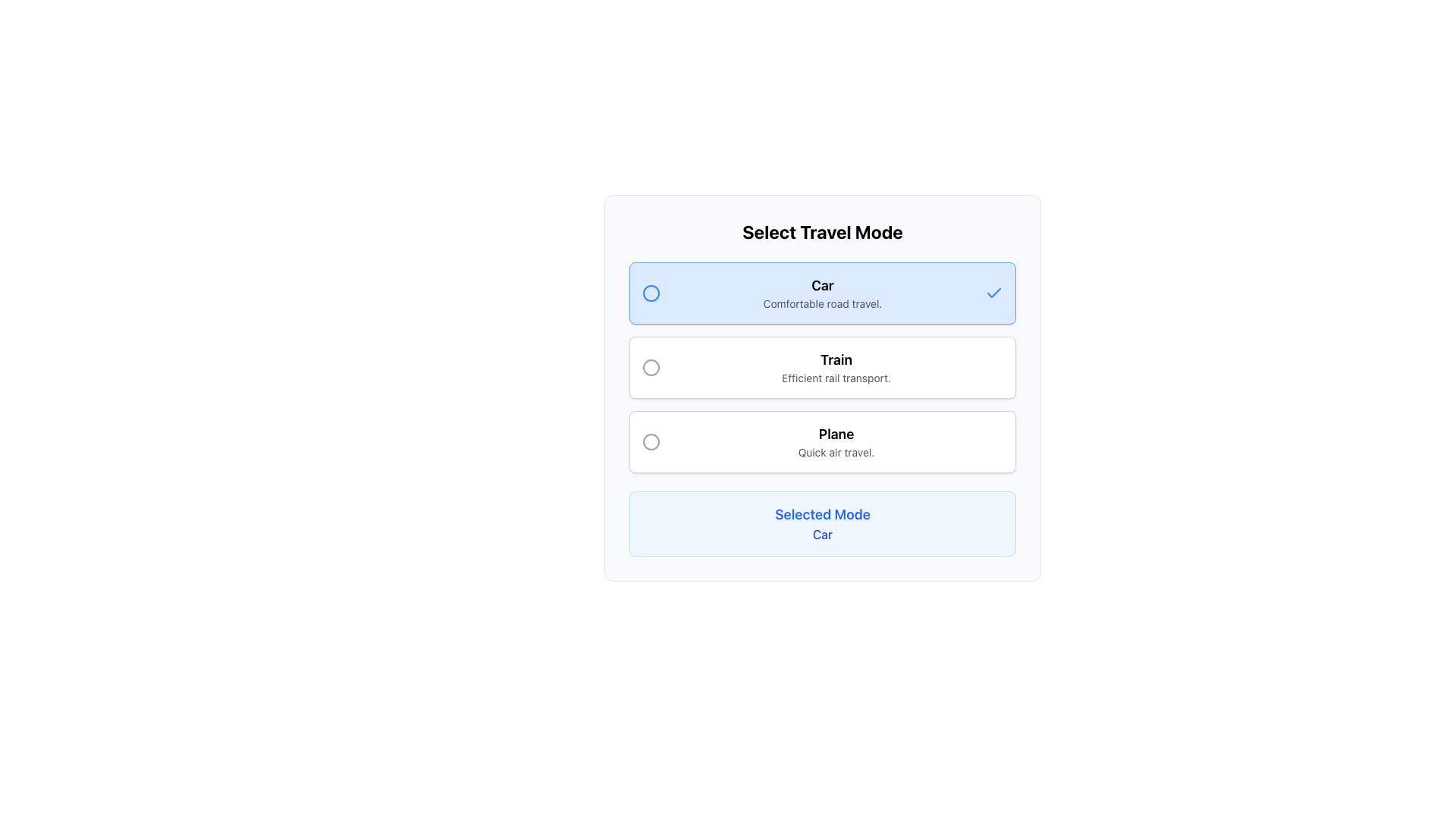  Describe the element at coordinates (821, 534) in the screenshot. I see `the text label indicating the selected travel mode, which currently displays 'Car', located below the 'Selected Mode' text in a rounded, light blue box` at that location.